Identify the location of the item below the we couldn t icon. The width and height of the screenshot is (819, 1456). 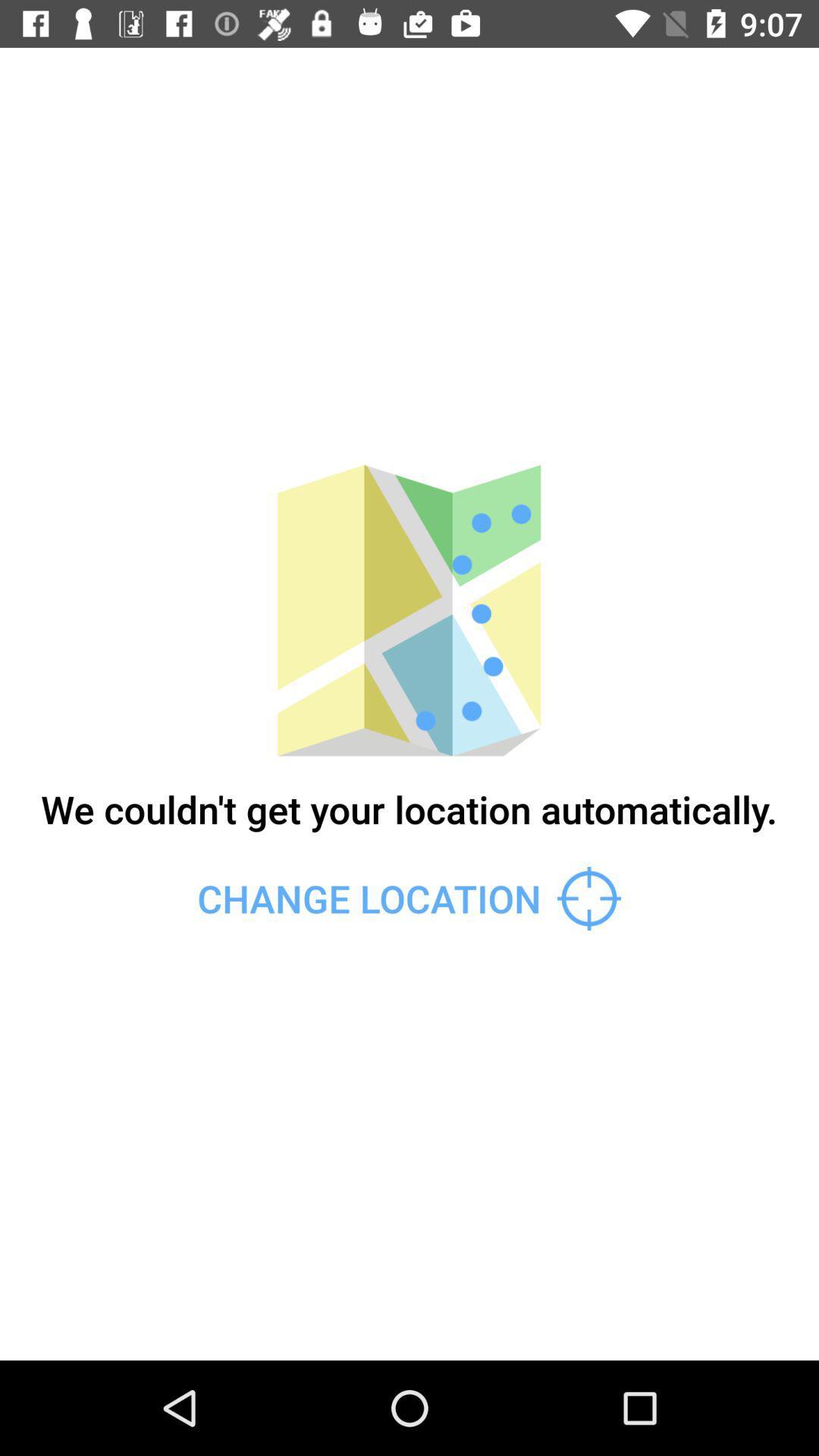
(408, 899).